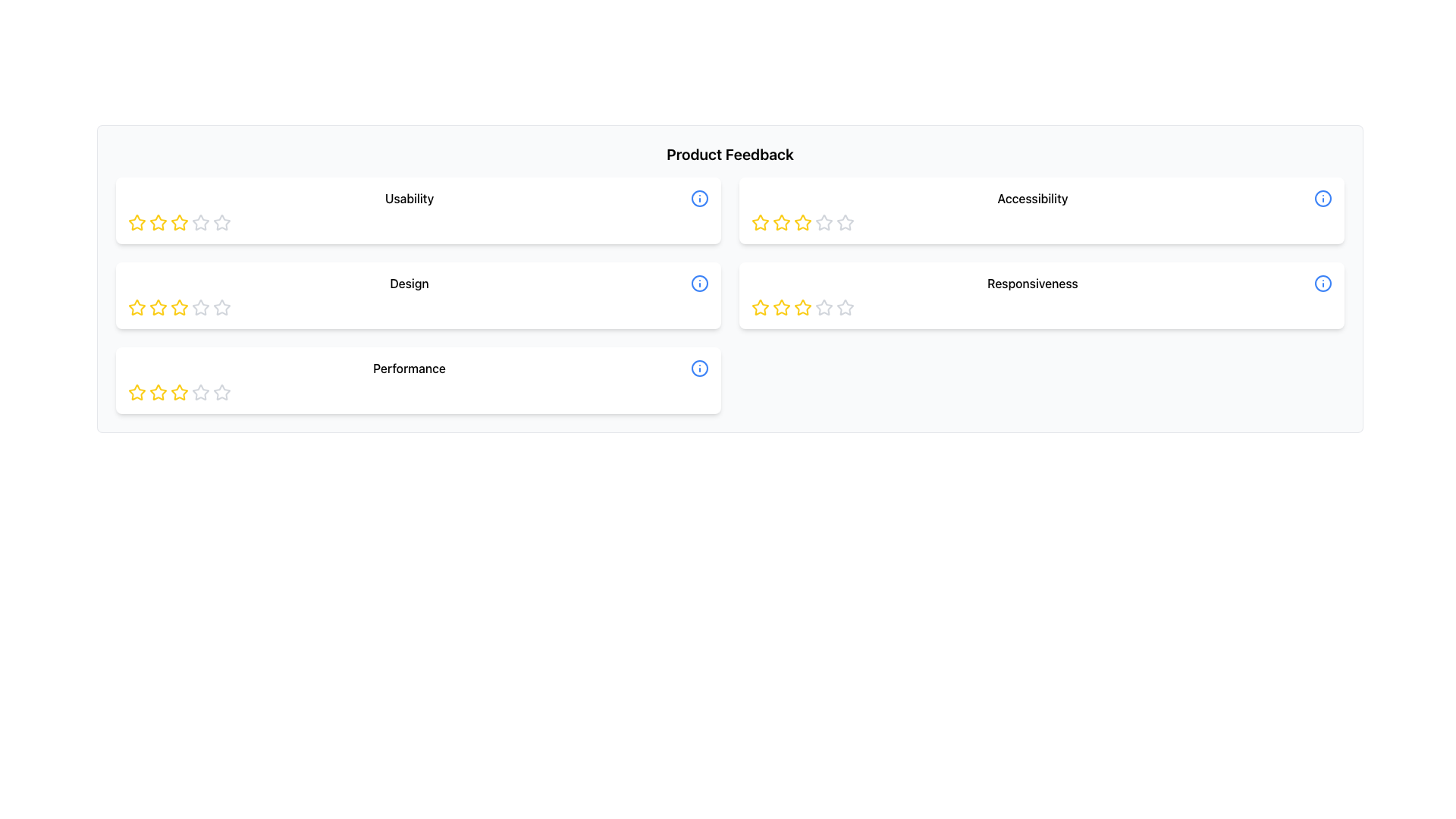 The height and width of the screenshot is (819, 1456). I want to click on the first star icon in the rating row for the 'Performance' category, so click(137, 391).